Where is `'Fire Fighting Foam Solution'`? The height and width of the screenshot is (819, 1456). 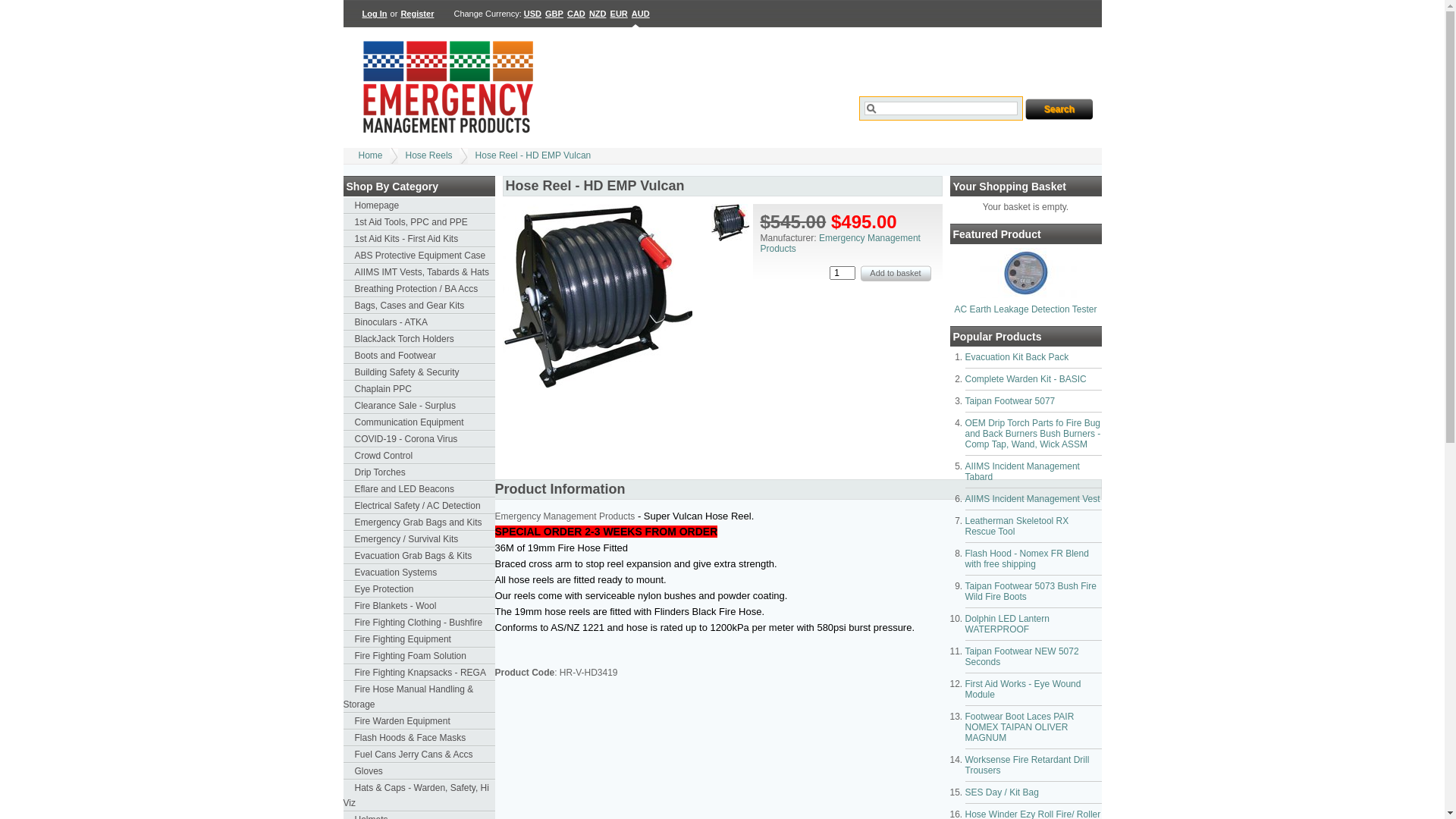
'Fire Fighting Foam Solution' is located at coordinates (419, 654).